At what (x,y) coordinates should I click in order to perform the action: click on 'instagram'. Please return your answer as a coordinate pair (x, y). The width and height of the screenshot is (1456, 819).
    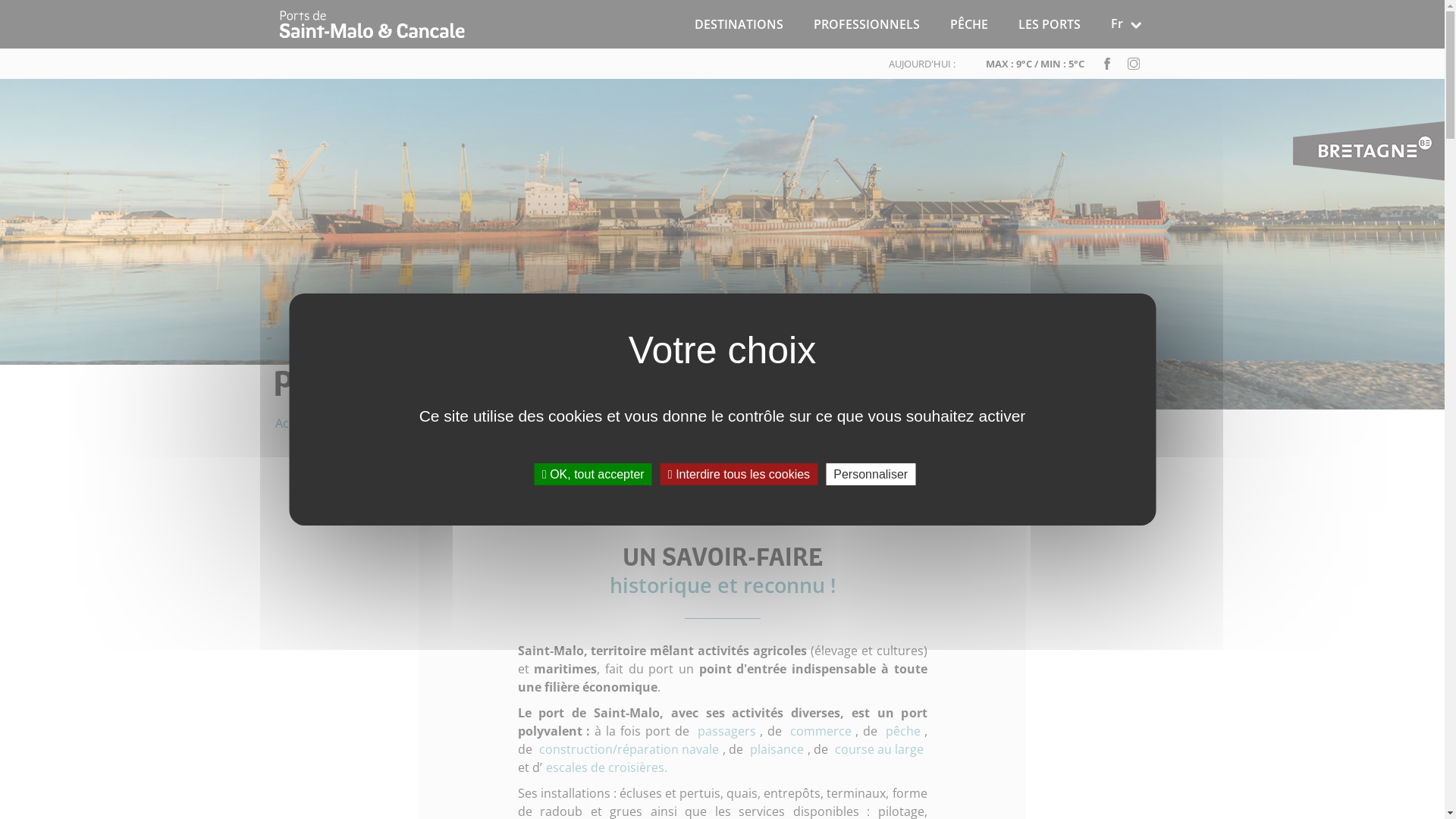
    Looking at the image, I should click on (1133, 63).